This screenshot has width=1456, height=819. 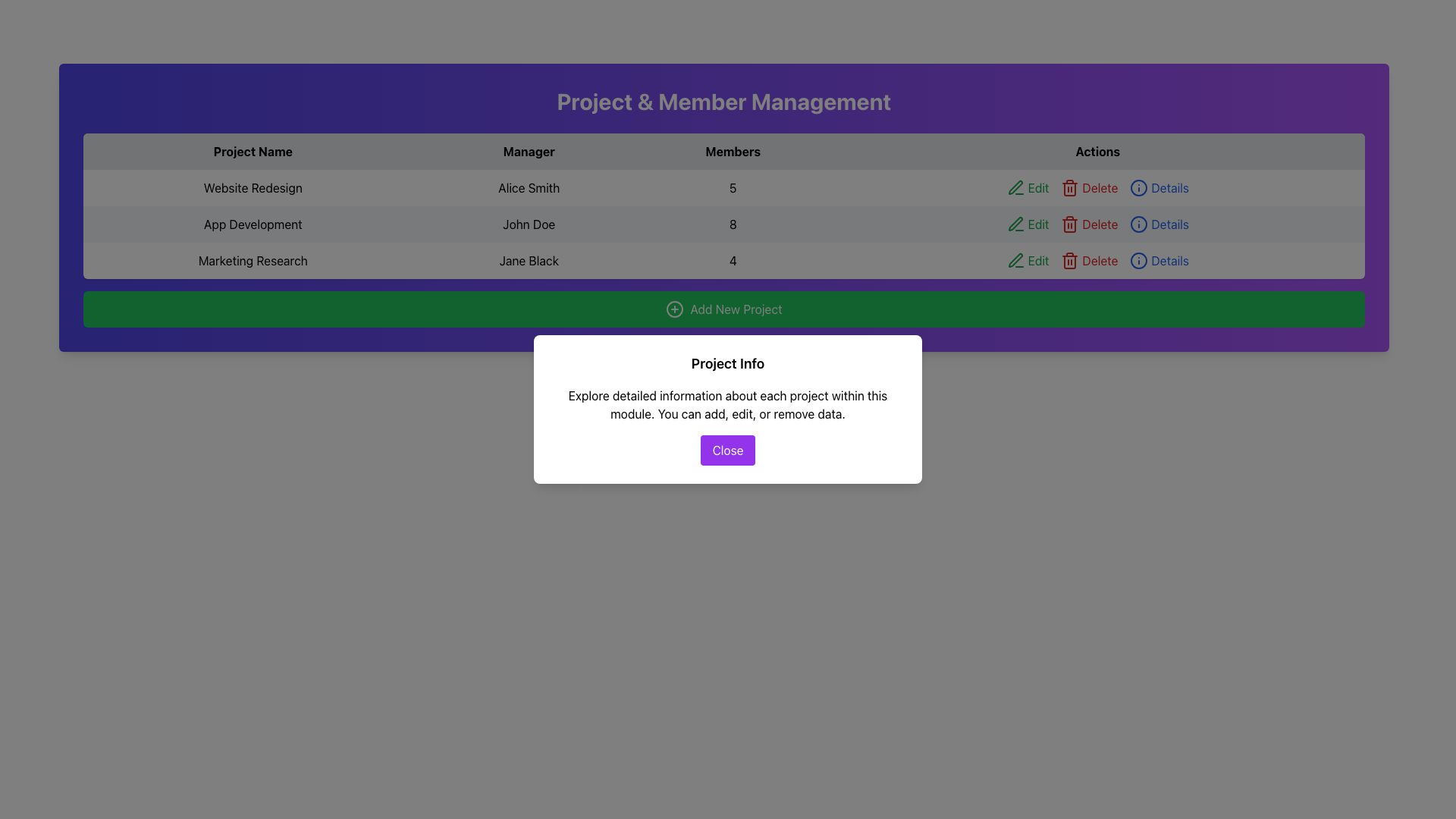 What do you see at coordinates (529, 187) in the screenshot?
I see `the static text label that displays the manager's name for the 'Website Redesign' project, located in the second column of the first row labeled 'Manager'` at bounding box center [529, 187].